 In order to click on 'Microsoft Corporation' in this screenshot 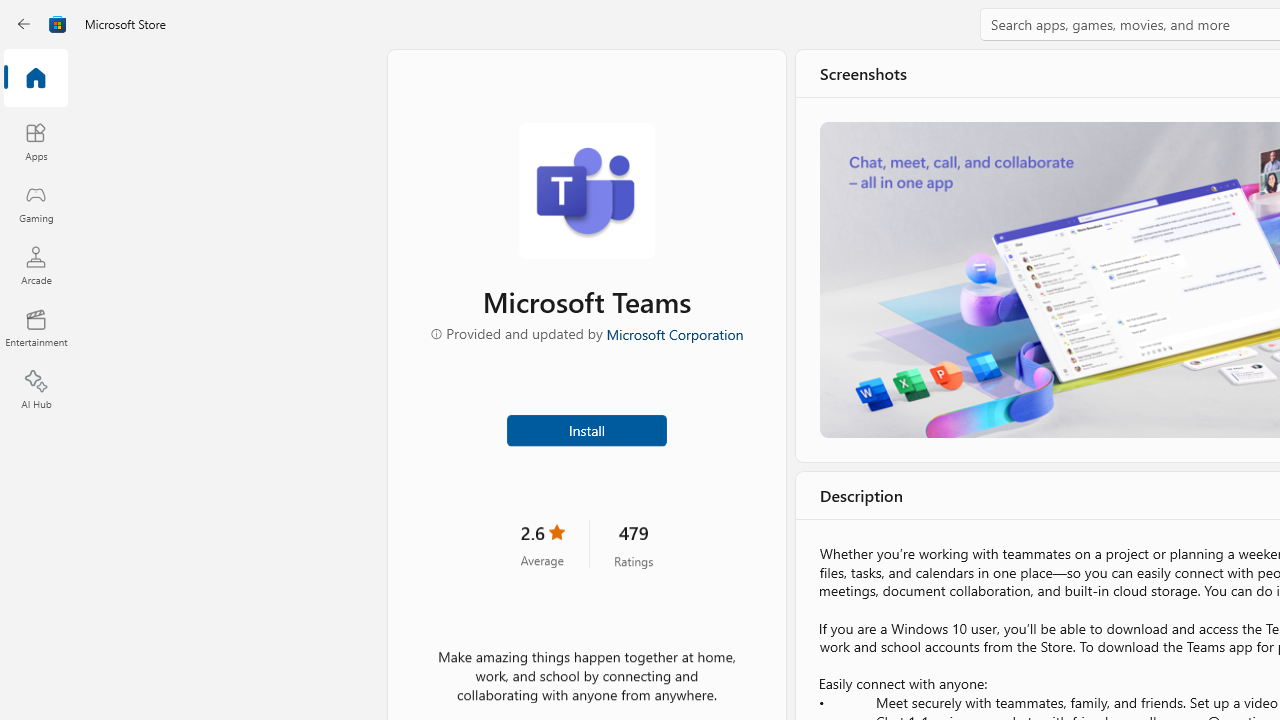, I will do `click(673, 332)`.